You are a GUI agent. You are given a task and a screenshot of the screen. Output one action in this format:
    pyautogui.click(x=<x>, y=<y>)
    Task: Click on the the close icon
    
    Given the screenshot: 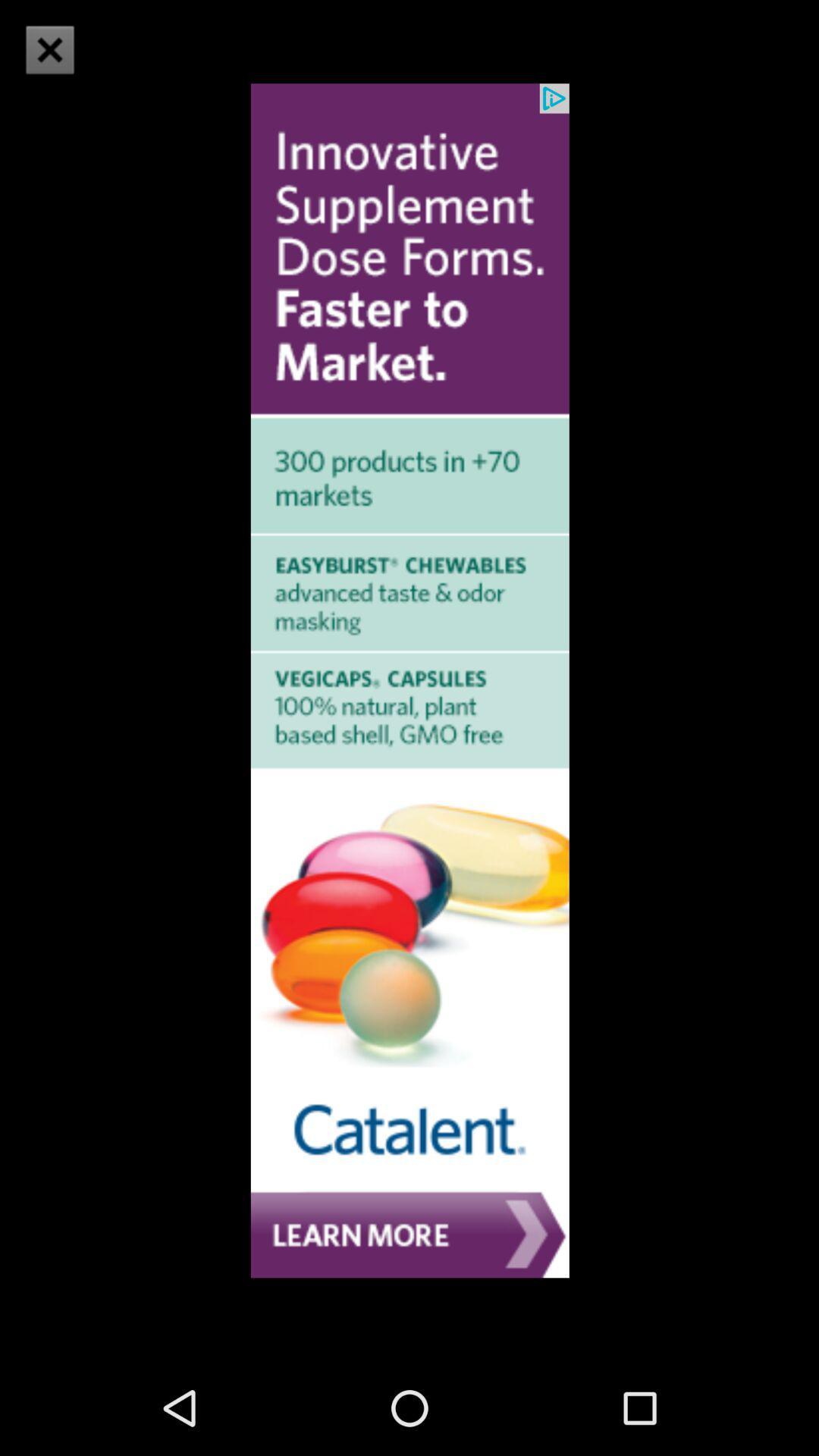 What is the action you would take?
    pyautogui.click(x=49, y=53)
    